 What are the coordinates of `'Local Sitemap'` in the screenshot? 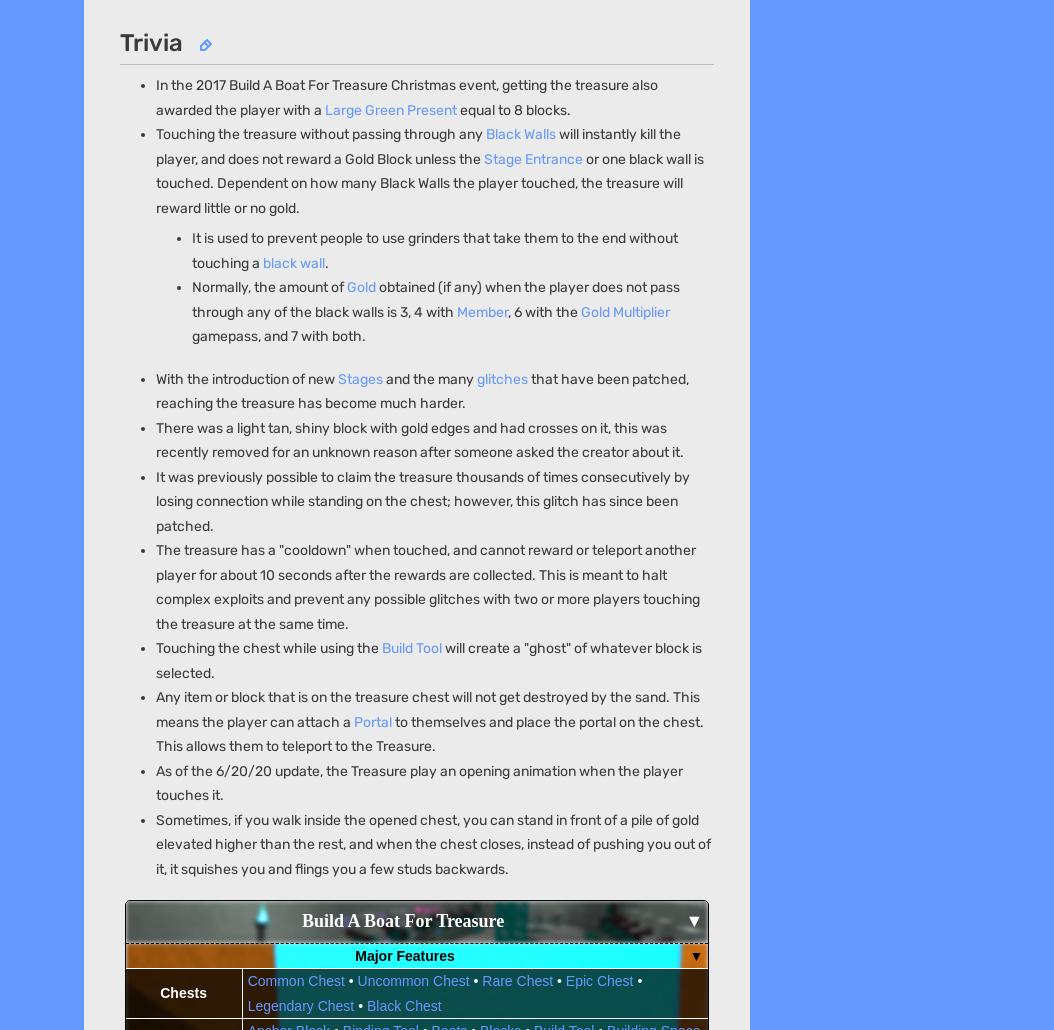 It's located at (476, 290).